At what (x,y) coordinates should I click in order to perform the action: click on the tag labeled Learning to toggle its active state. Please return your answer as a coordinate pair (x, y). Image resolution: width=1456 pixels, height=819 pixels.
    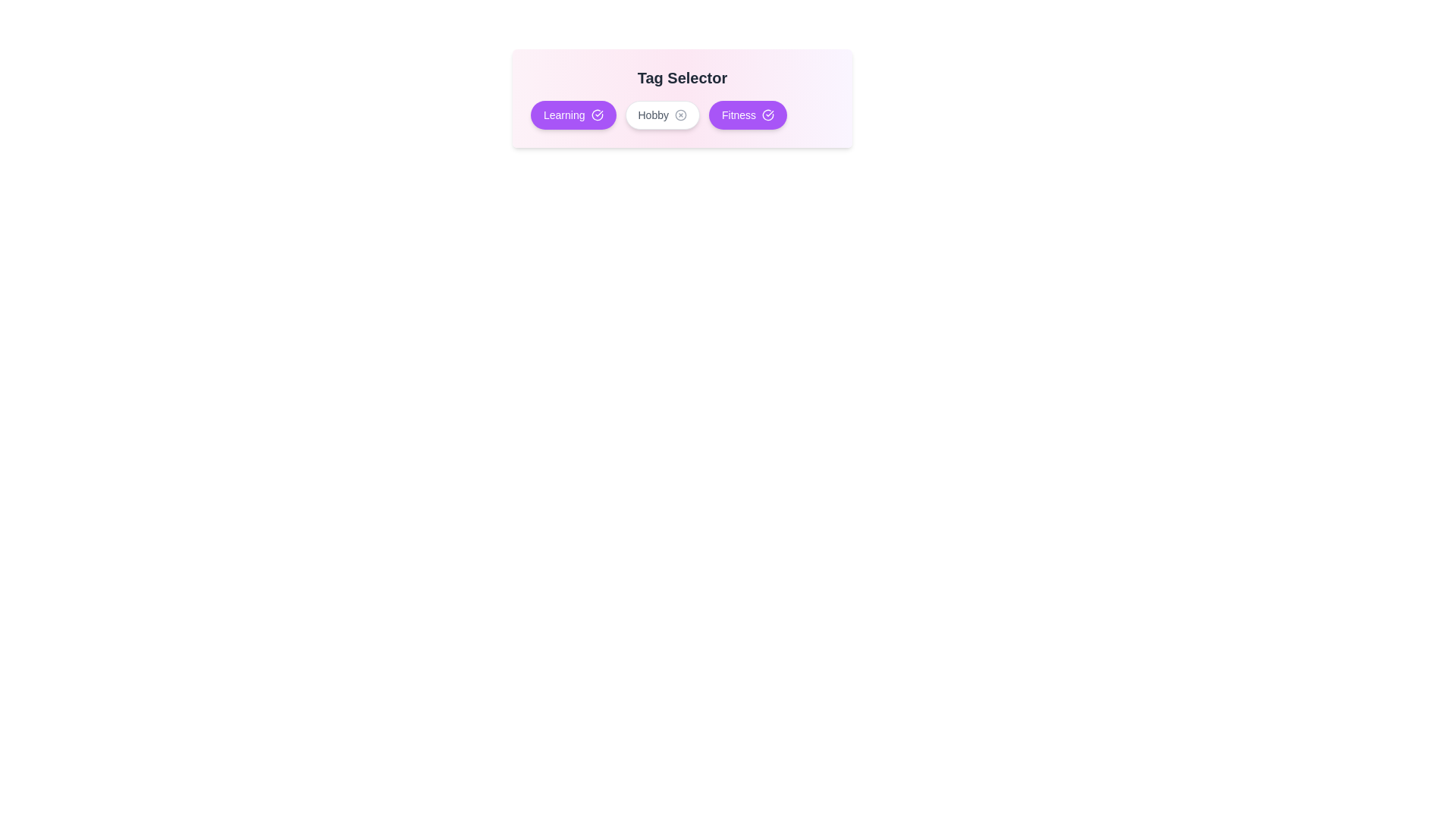
    Looking at the image, I should click on (573, 114).